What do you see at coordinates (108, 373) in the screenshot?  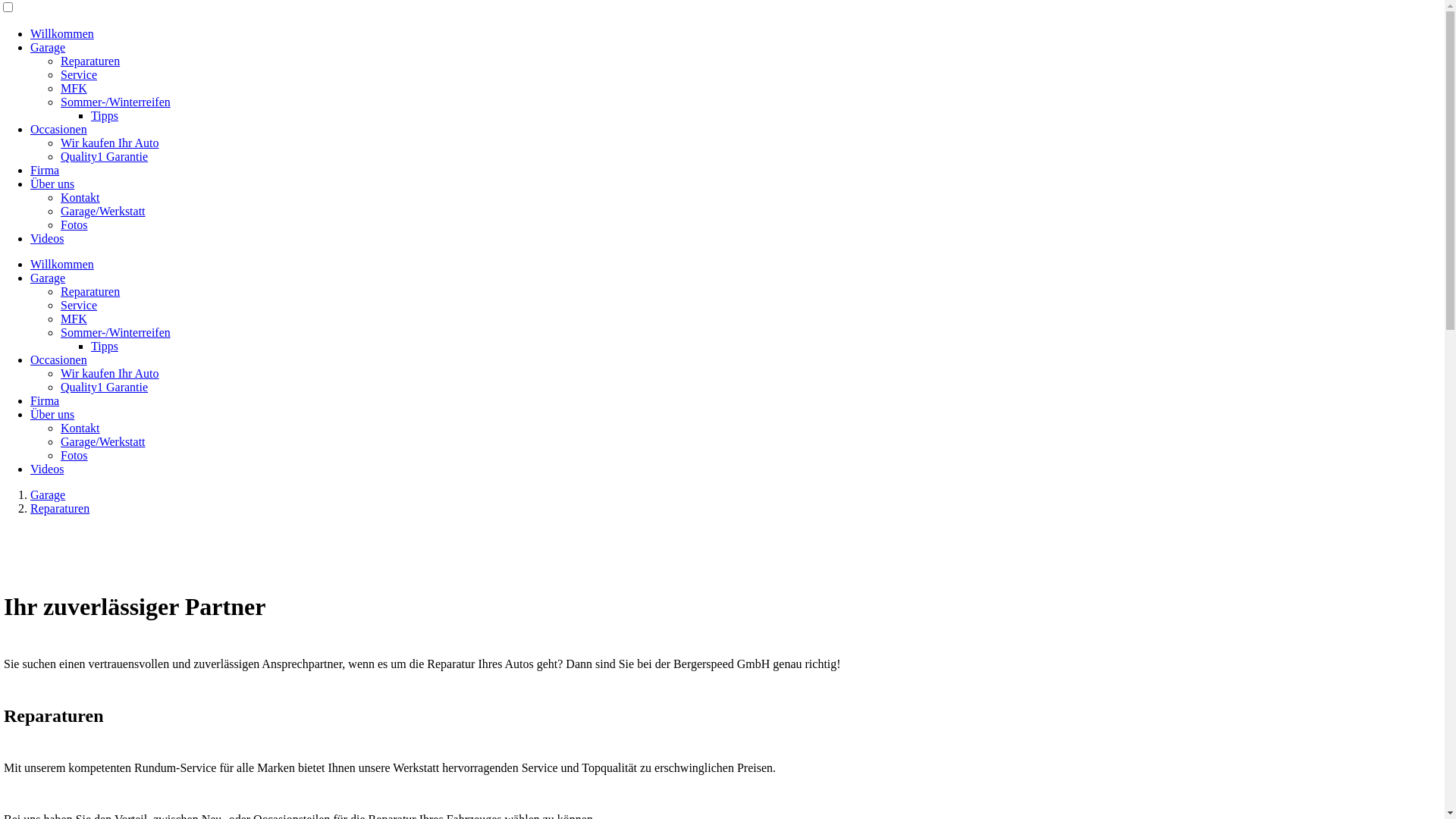 I see `'Wir kaufen Ihr Auto'` at bounding box center [108, 373].